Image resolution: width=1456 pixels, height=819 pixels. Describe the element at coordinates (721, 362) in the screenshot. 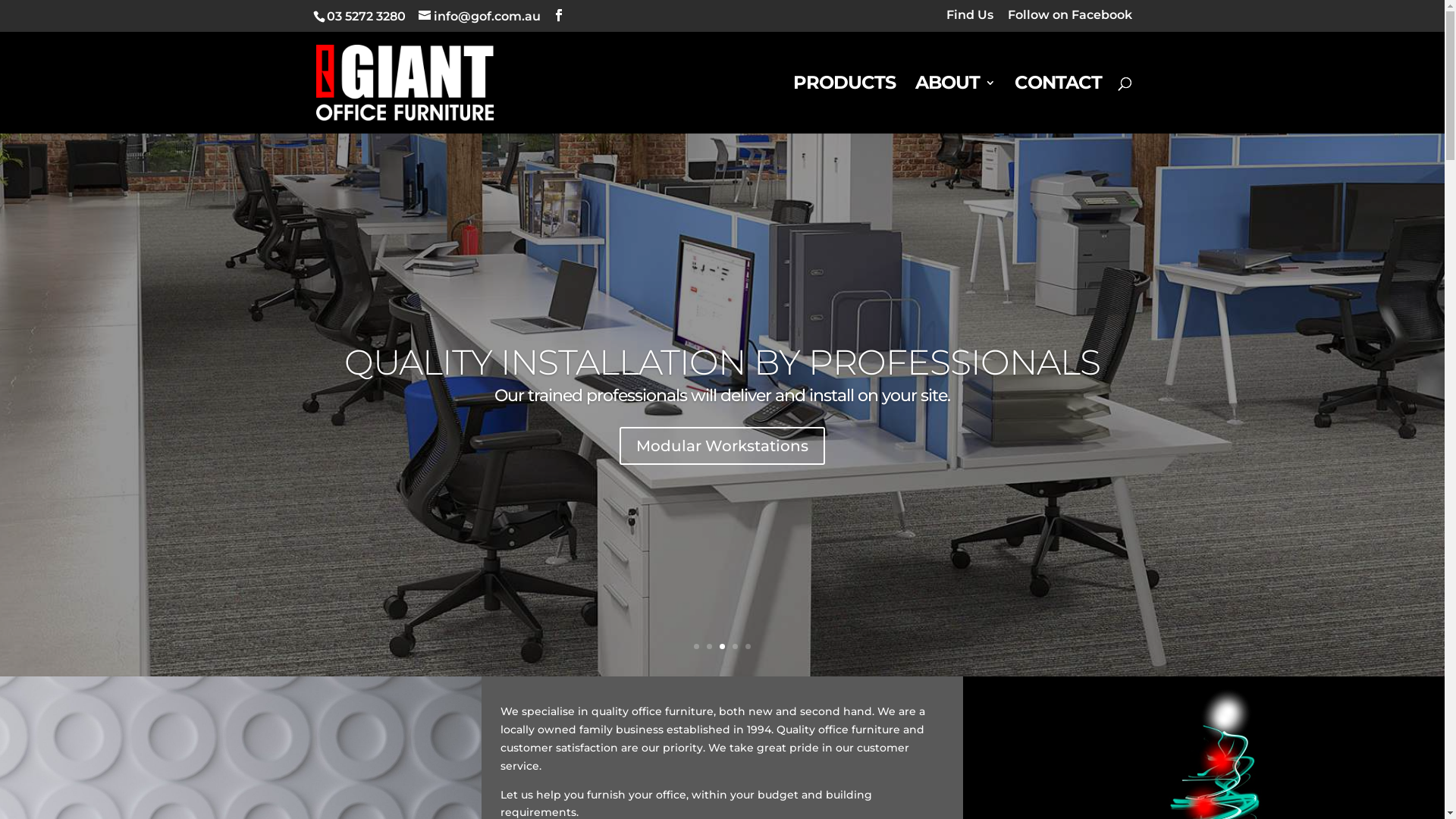

I see `'QUALITY INSTALLATION BY PROFESSIONALS'` at that location.